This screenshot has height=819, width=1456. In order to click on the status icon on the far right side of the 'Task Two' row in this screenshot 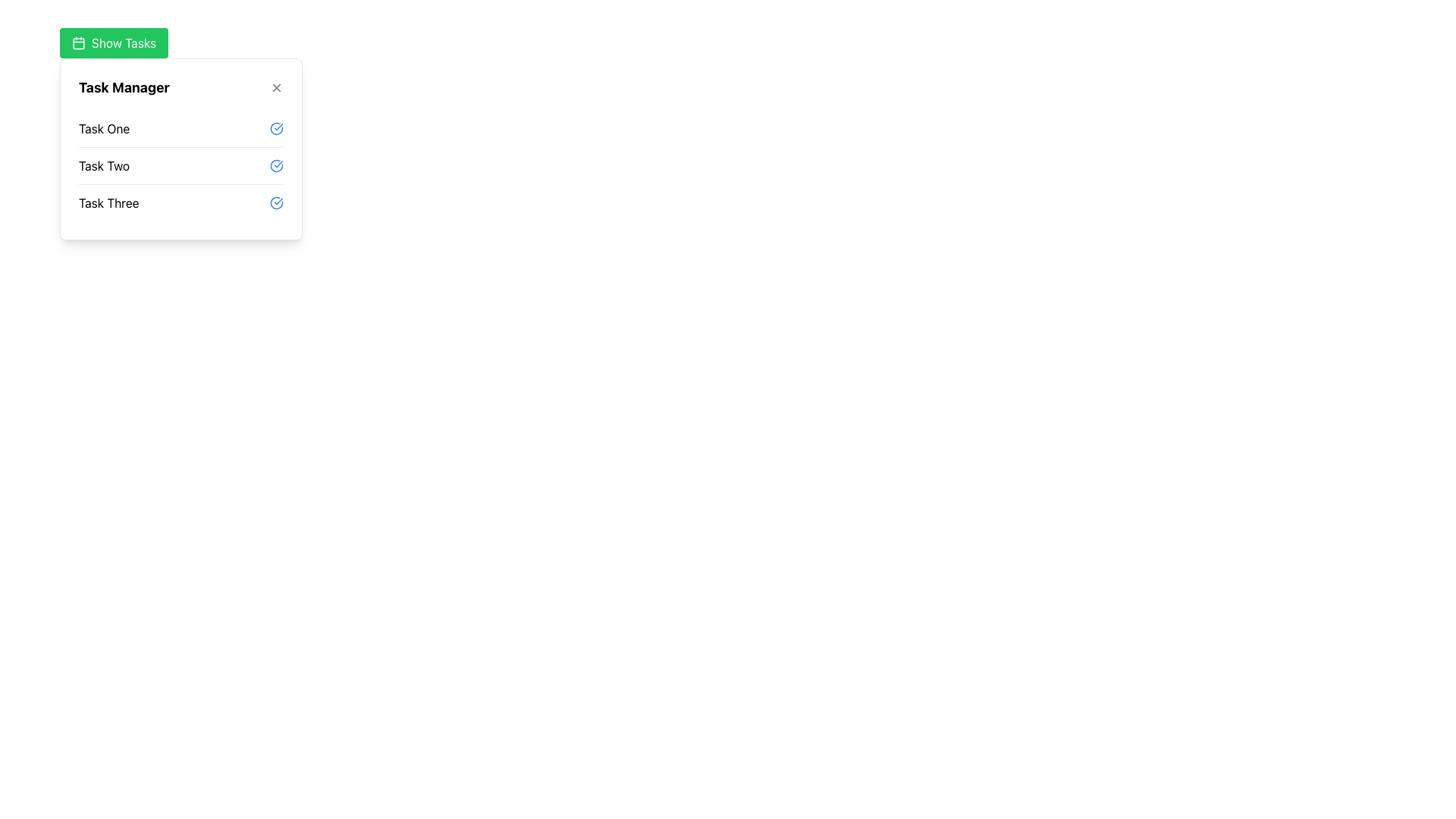, I will do `click(276, 166)`.